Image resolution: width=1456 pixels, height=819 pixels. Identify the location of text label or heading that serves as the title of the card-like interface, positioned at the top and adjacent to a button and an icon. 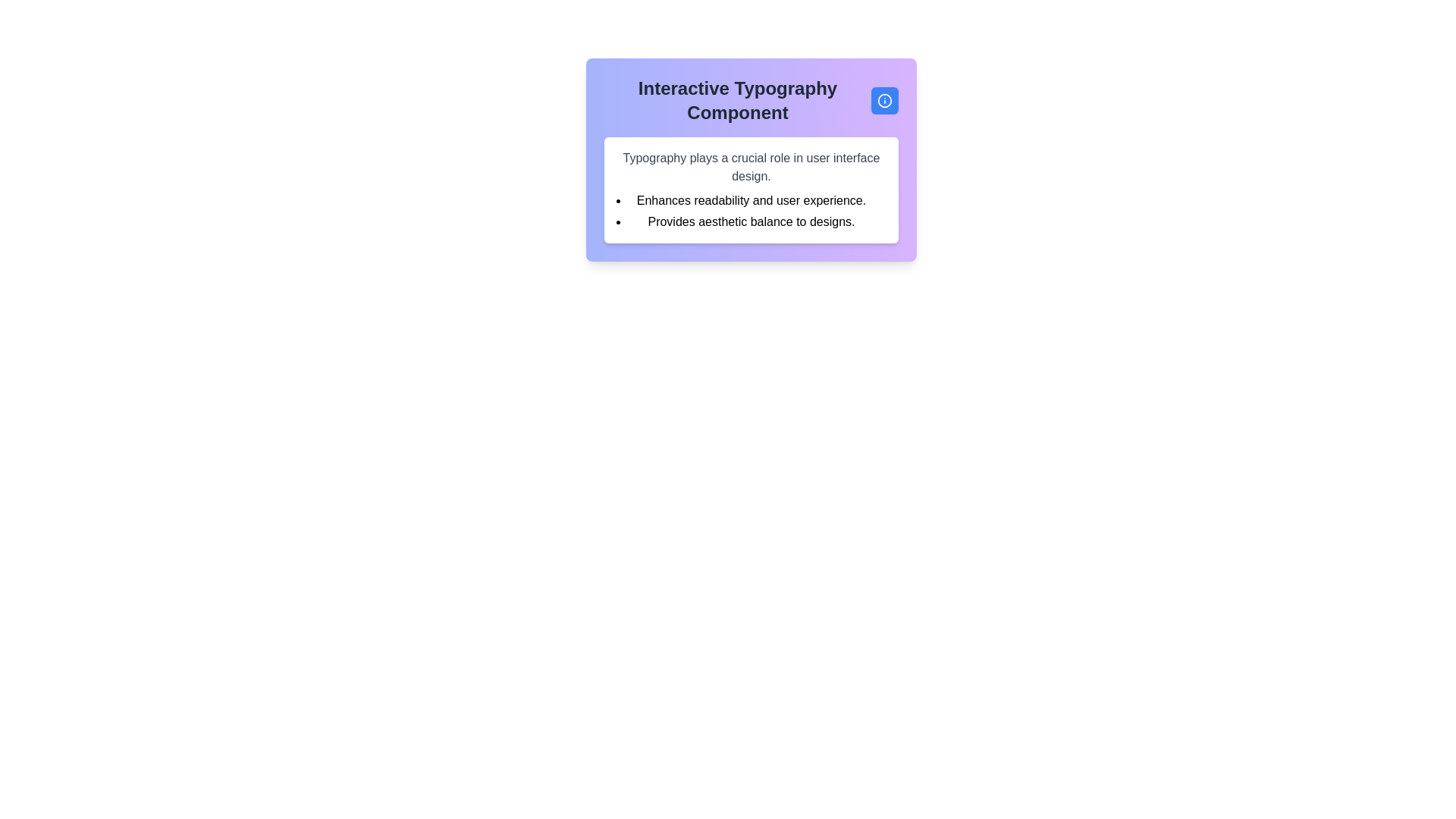
(738, 100).